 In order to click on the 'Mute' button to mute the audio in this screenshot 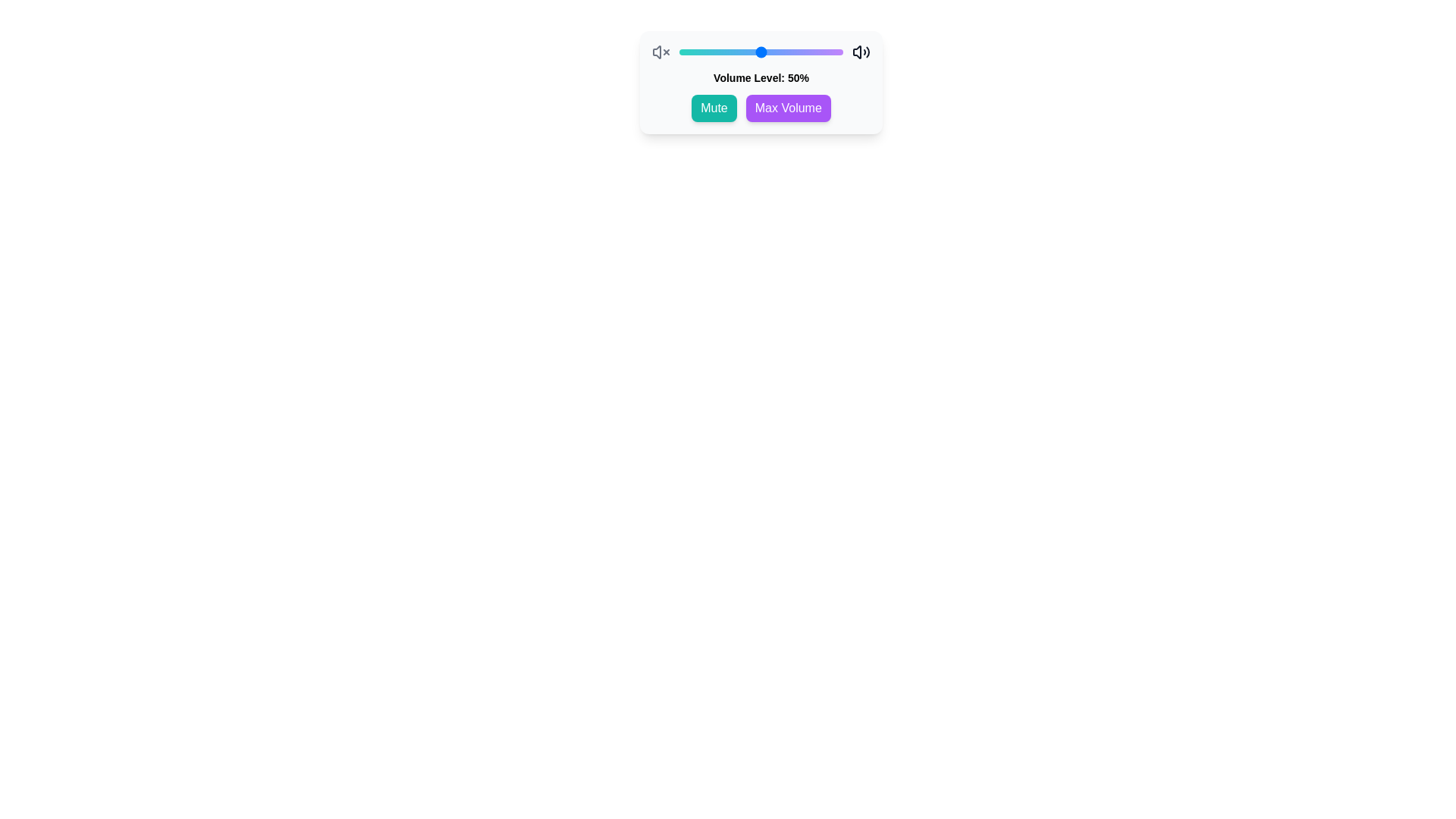, I will do `click(713, 107)`.